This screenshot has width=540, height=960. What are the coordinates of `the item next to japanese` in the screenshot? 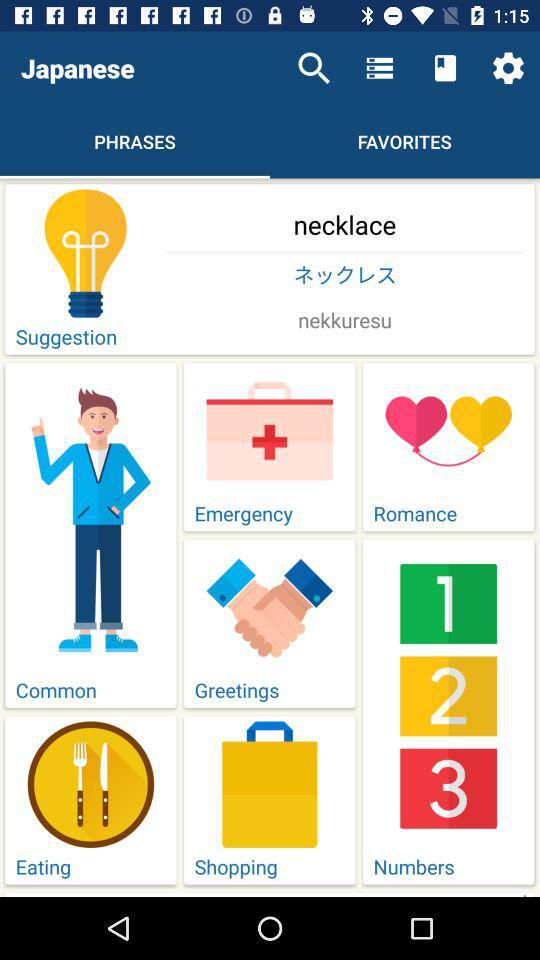 It's located at (314, 68).